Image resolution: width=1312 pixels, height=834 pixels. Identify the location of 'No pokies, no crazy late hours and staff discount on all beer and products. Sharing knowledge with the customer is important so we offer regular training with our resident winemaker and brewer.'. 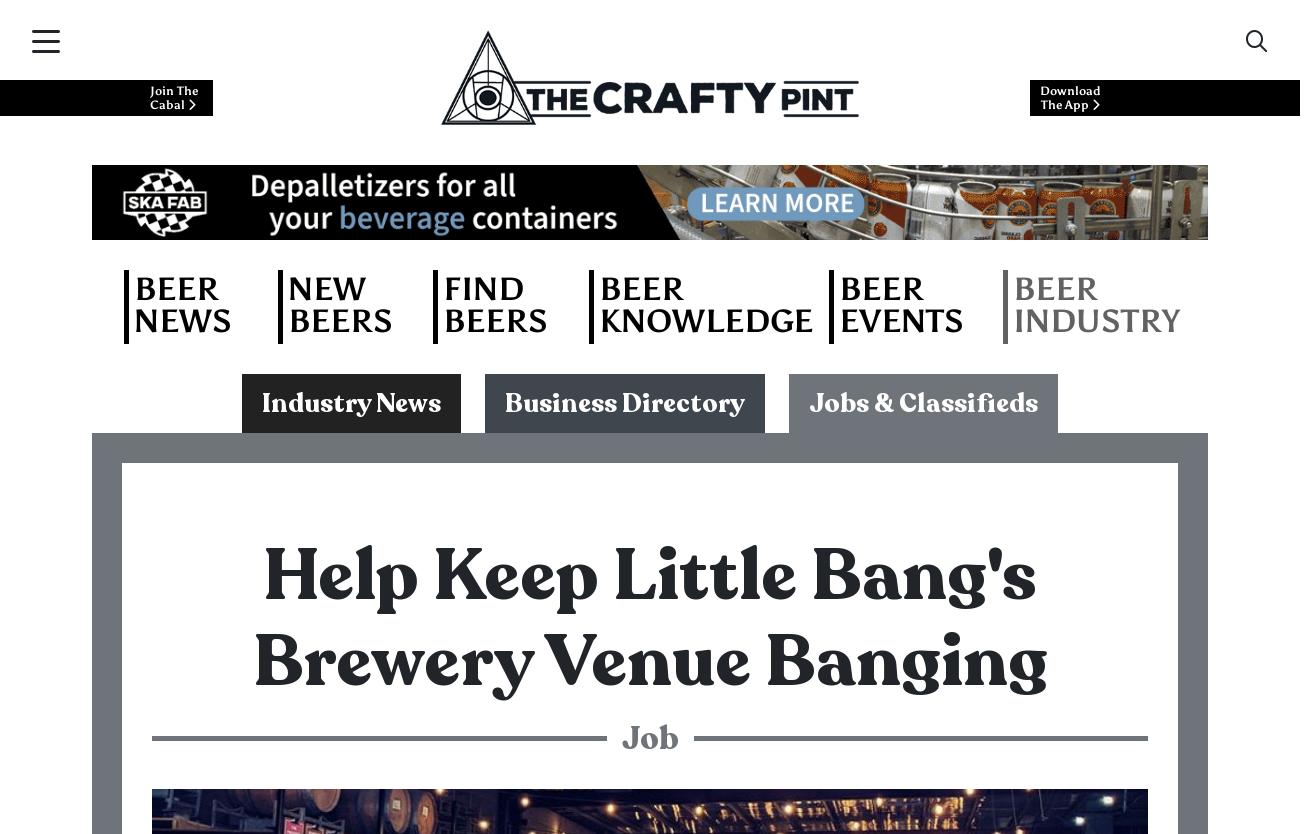
(640, 733).